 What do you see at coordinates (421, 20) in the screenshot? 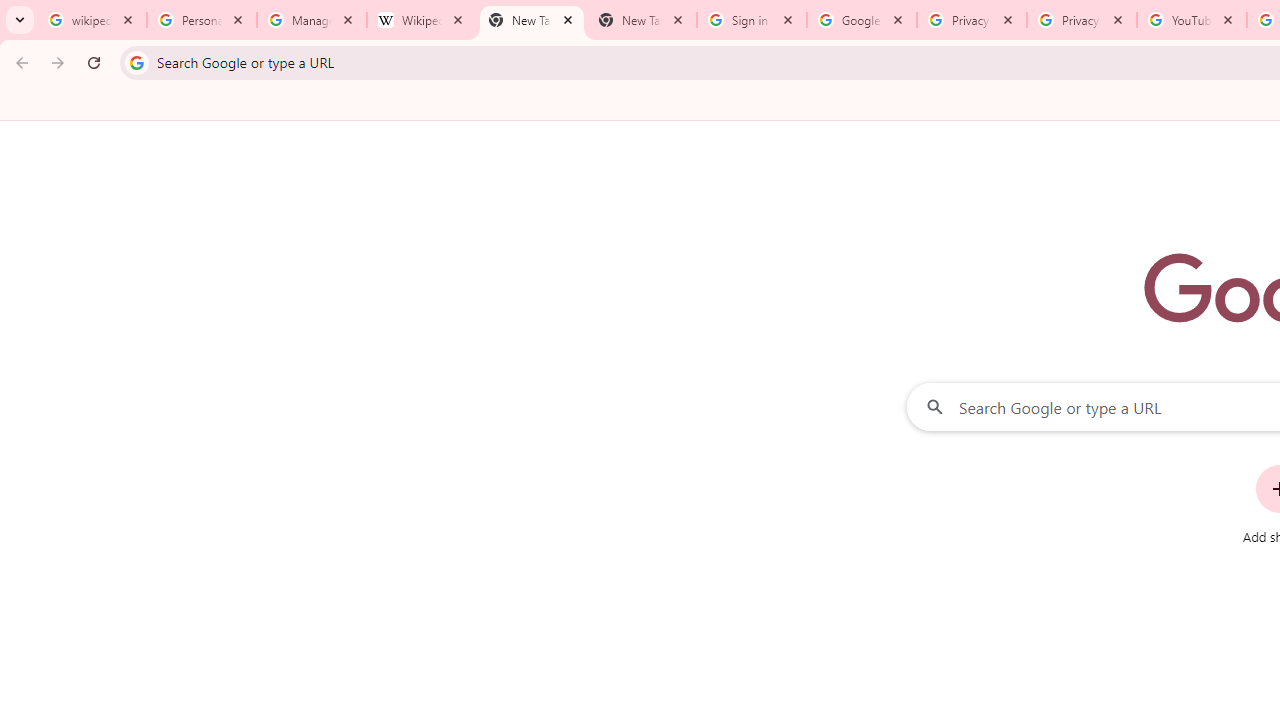
I see `'Wikipedia:Edit requests - Wikipedia'` at bounding box center [421, 20].